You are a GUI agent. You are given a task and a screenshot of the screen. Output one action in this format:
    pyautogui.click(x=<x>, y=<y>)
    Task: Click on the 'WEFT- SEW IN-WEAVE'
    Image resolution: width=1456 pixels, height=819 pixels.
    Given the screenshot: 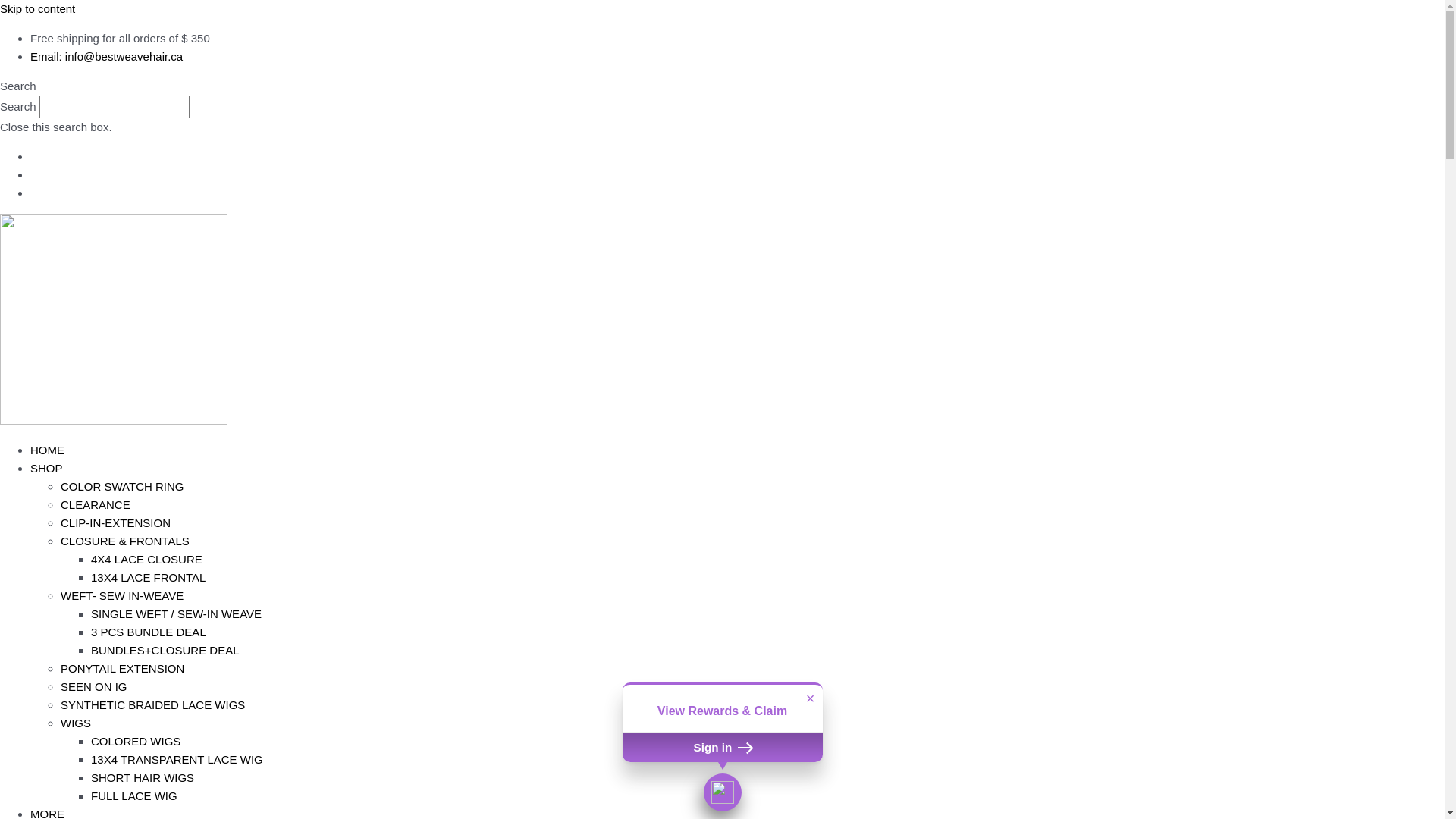 What is the action you would take?
    pyautogui.click(x=122, y=595)
    